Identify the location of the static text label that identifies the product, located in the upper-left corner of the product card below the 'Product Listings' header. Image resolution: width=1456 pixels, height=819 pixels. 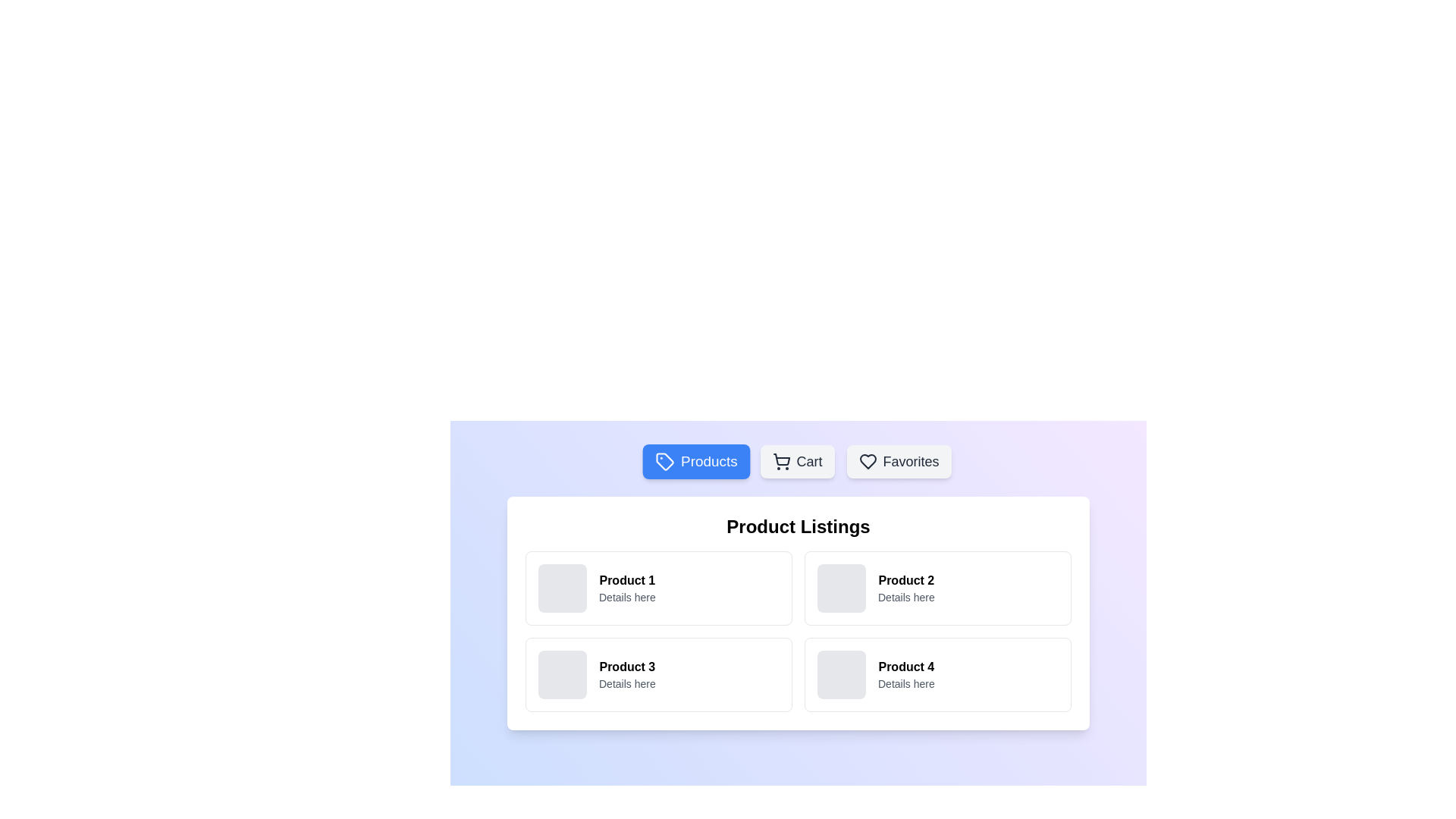
(627, 580).